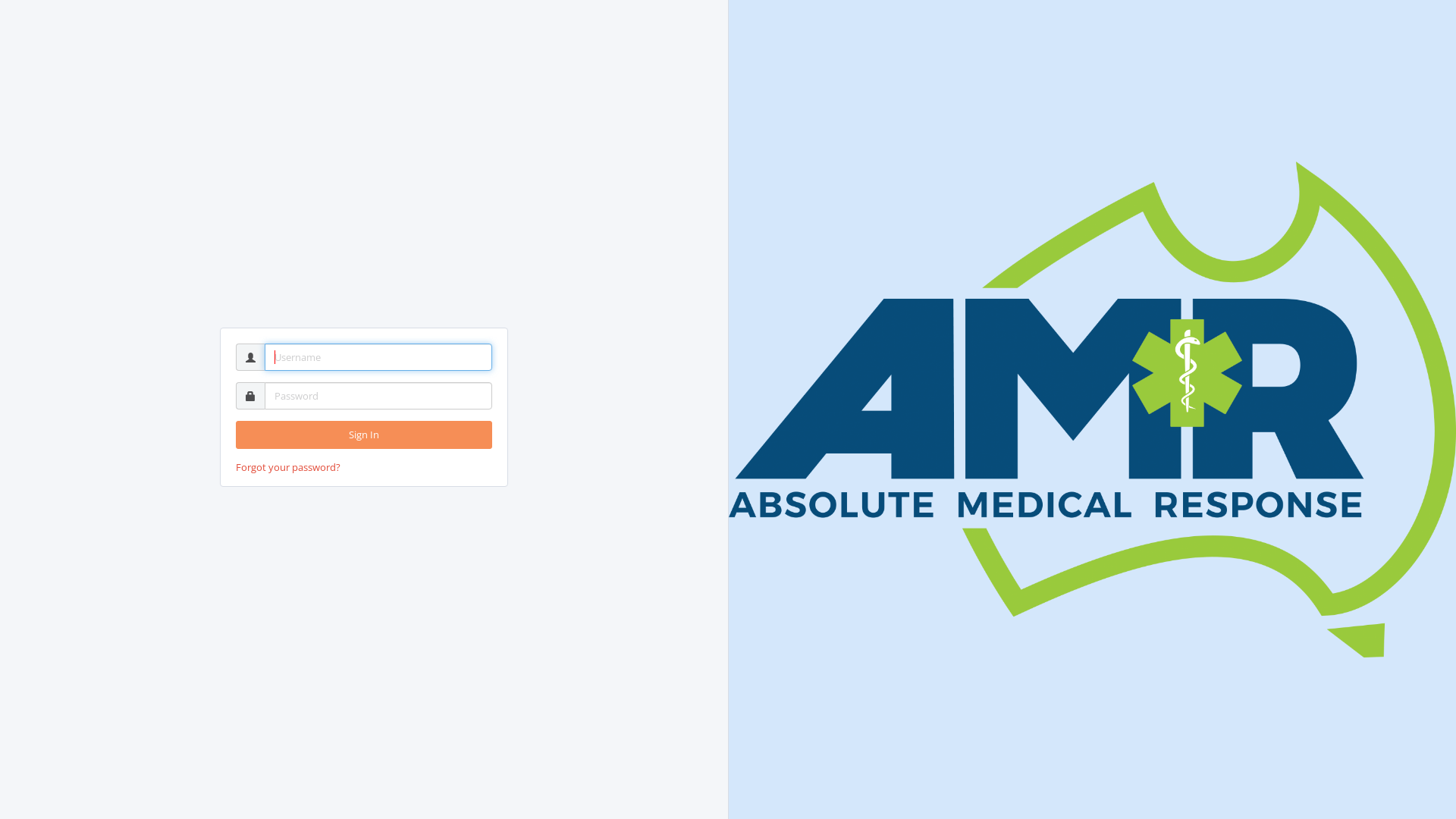 This screenshot has height=819, width=1456. I want to click on 'Sign In', so click(364, 435).